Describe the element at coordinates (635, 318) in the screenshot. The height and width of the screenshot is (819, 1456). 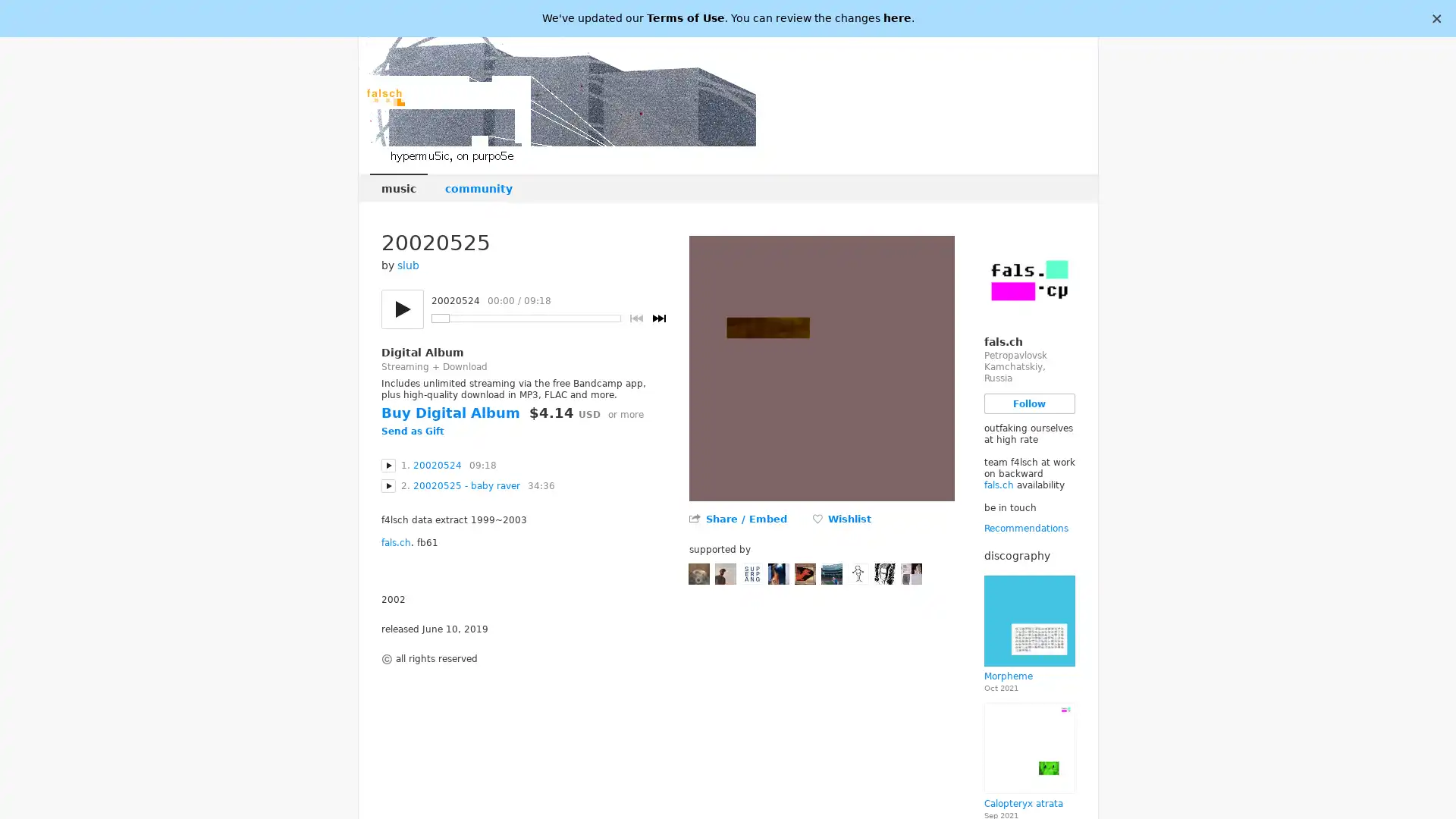
I see `Previous track` at that location.